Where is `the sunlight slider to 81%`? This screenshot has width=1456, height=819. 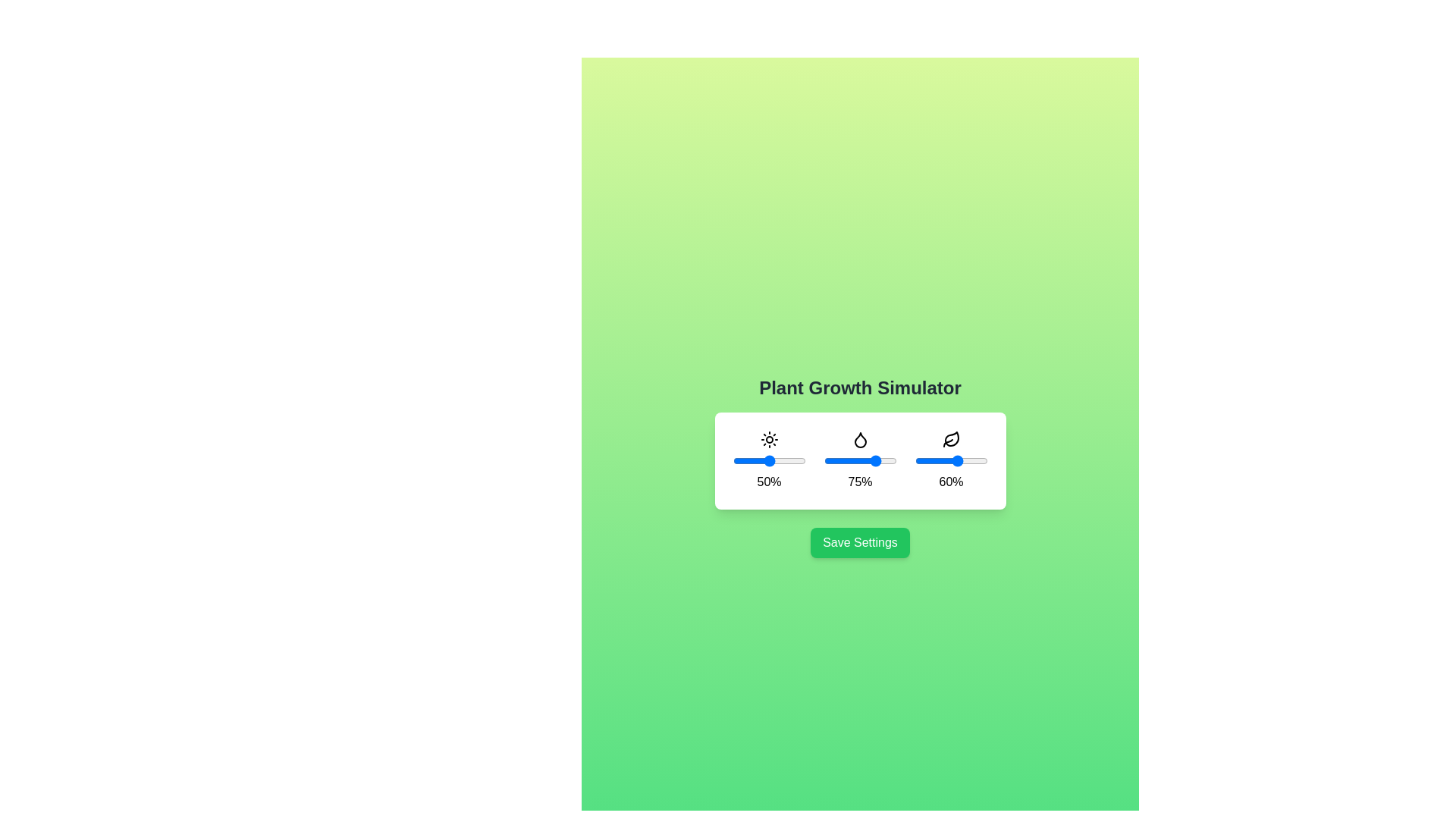 the sunlight slider to 81% is located at coordinates (791, 460).